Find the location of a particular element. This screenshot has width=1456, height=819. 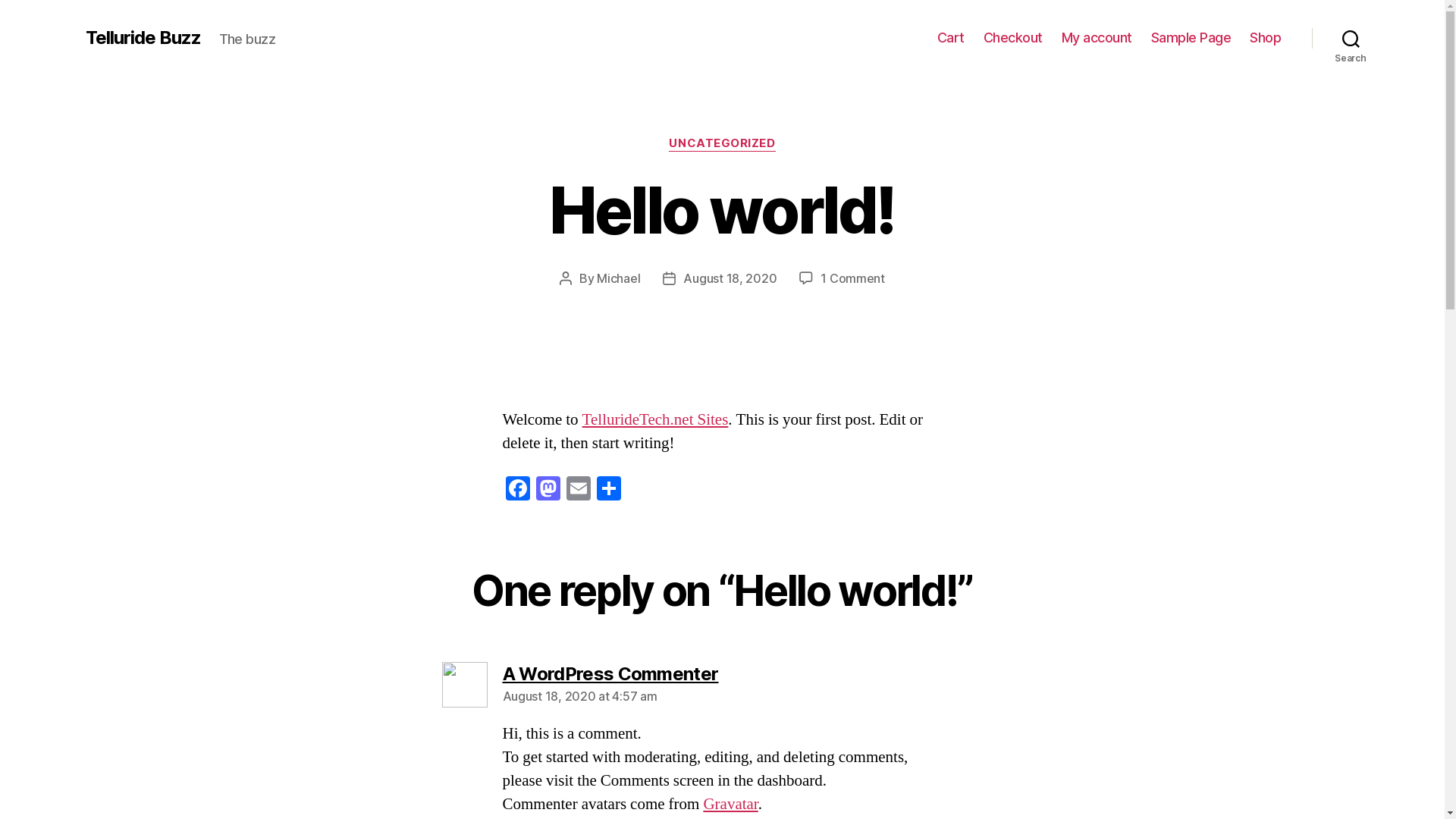

'Facebook' is located at coordinates (516, 491).